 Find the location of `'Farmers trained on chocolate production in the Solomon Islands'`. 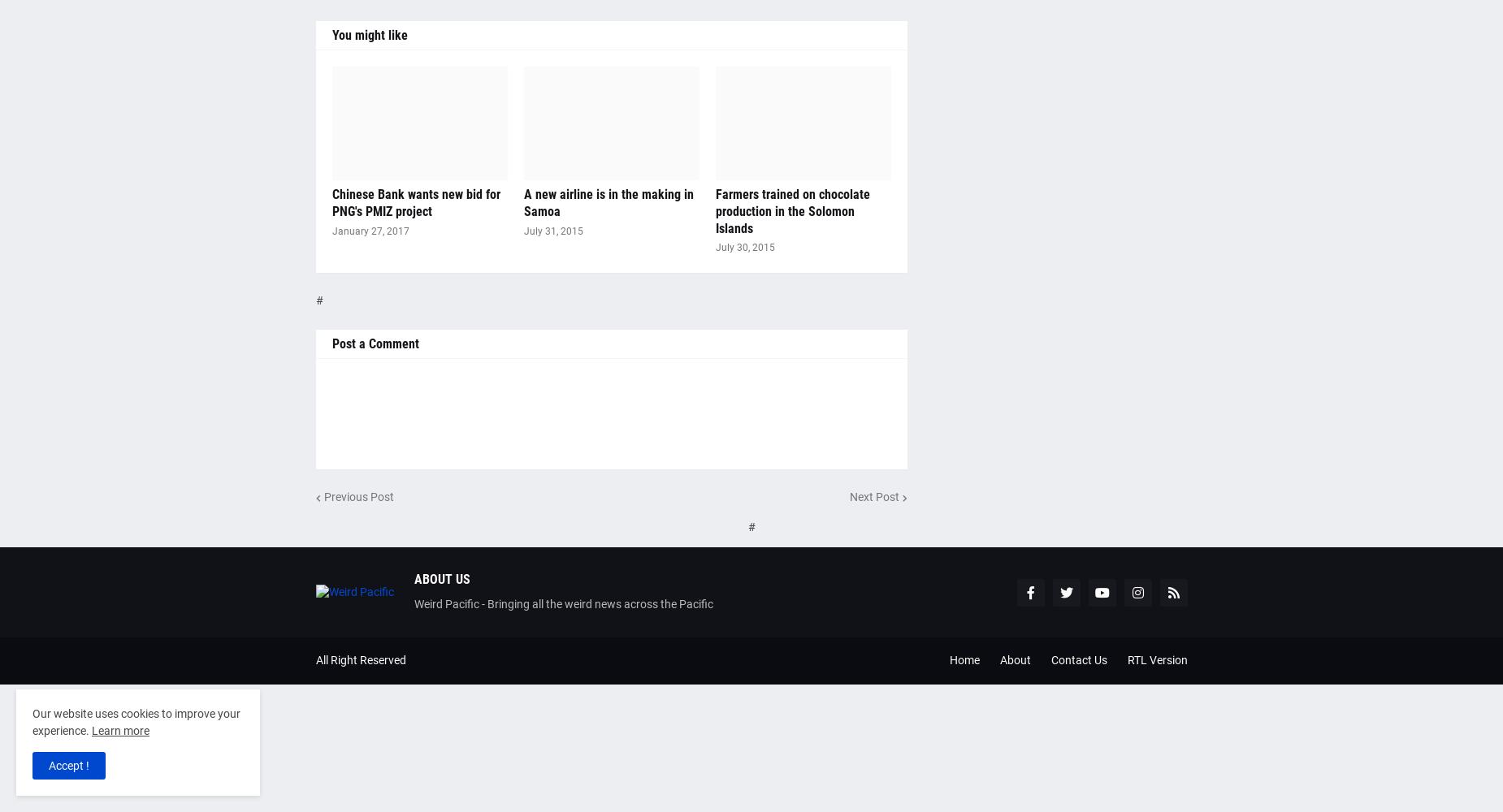

'Farmers trained on chocolate production in the Solomon Islands' is located at coordinates (790, 211).